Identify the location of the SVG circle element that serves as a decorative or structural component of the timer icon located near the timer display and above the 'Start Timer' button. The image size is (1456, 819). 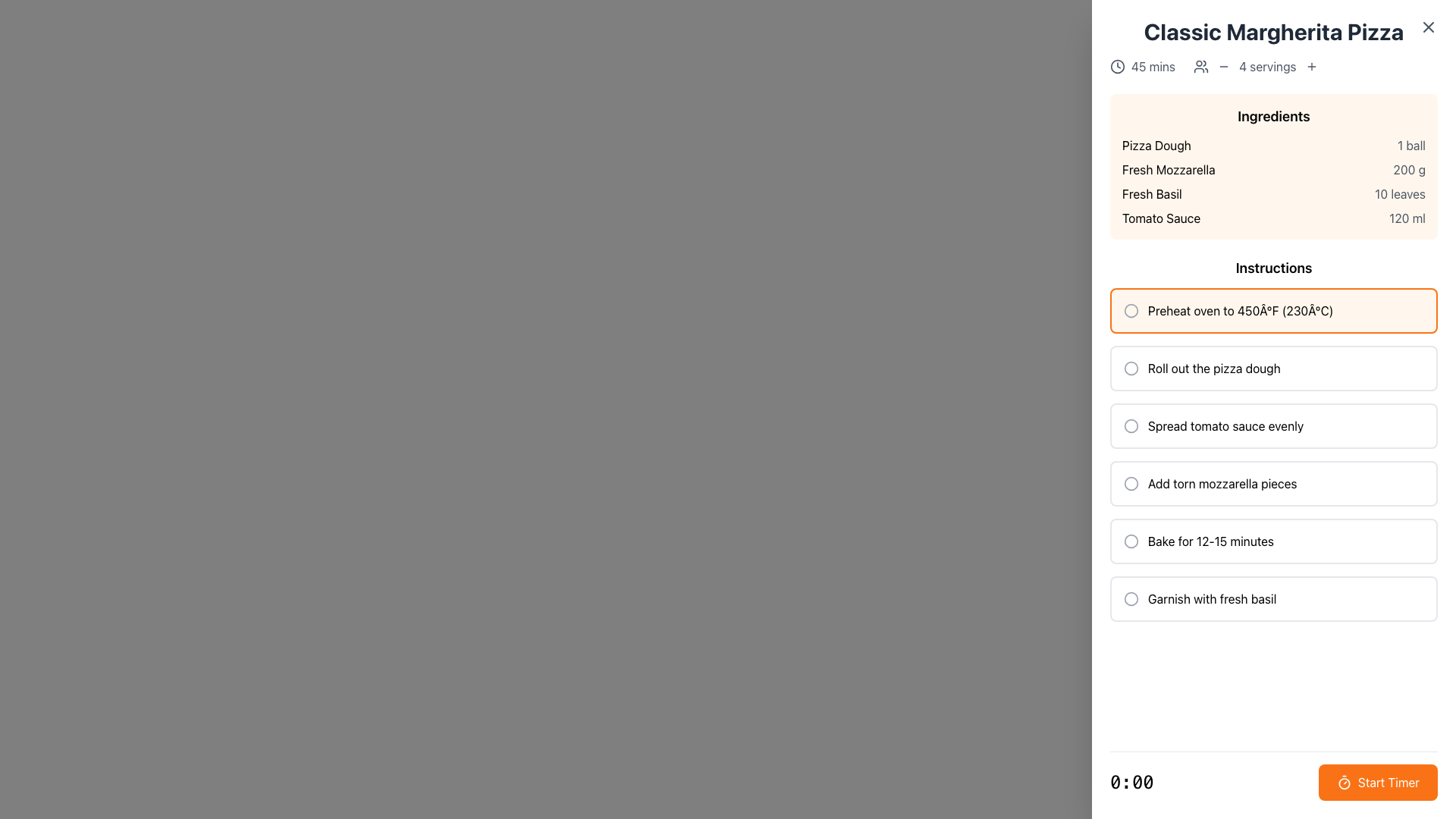
(1344, 783).